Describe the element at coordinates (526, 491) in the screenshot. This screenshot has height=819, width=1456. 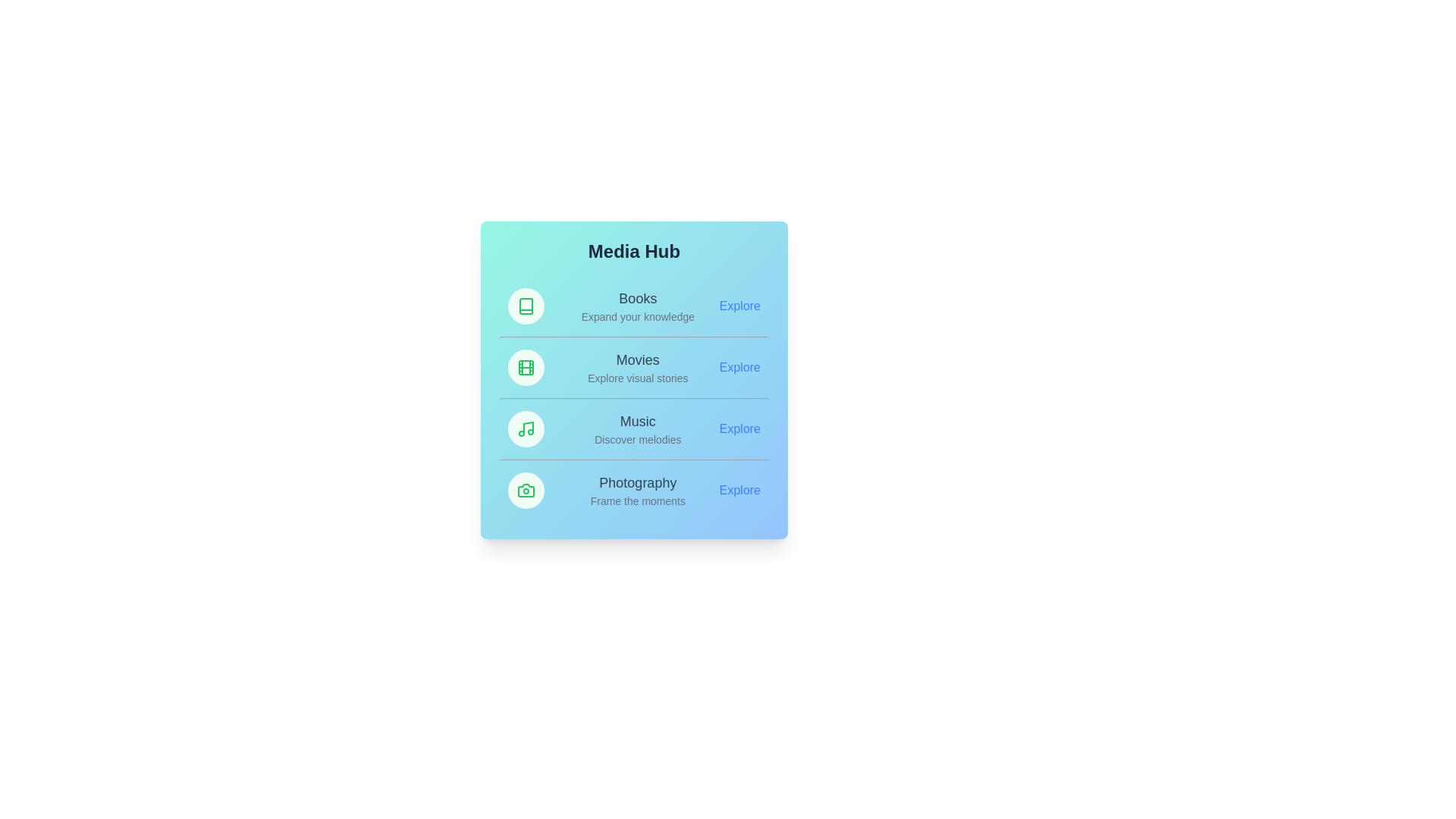
I see `the icon of the Photography category` at that location.